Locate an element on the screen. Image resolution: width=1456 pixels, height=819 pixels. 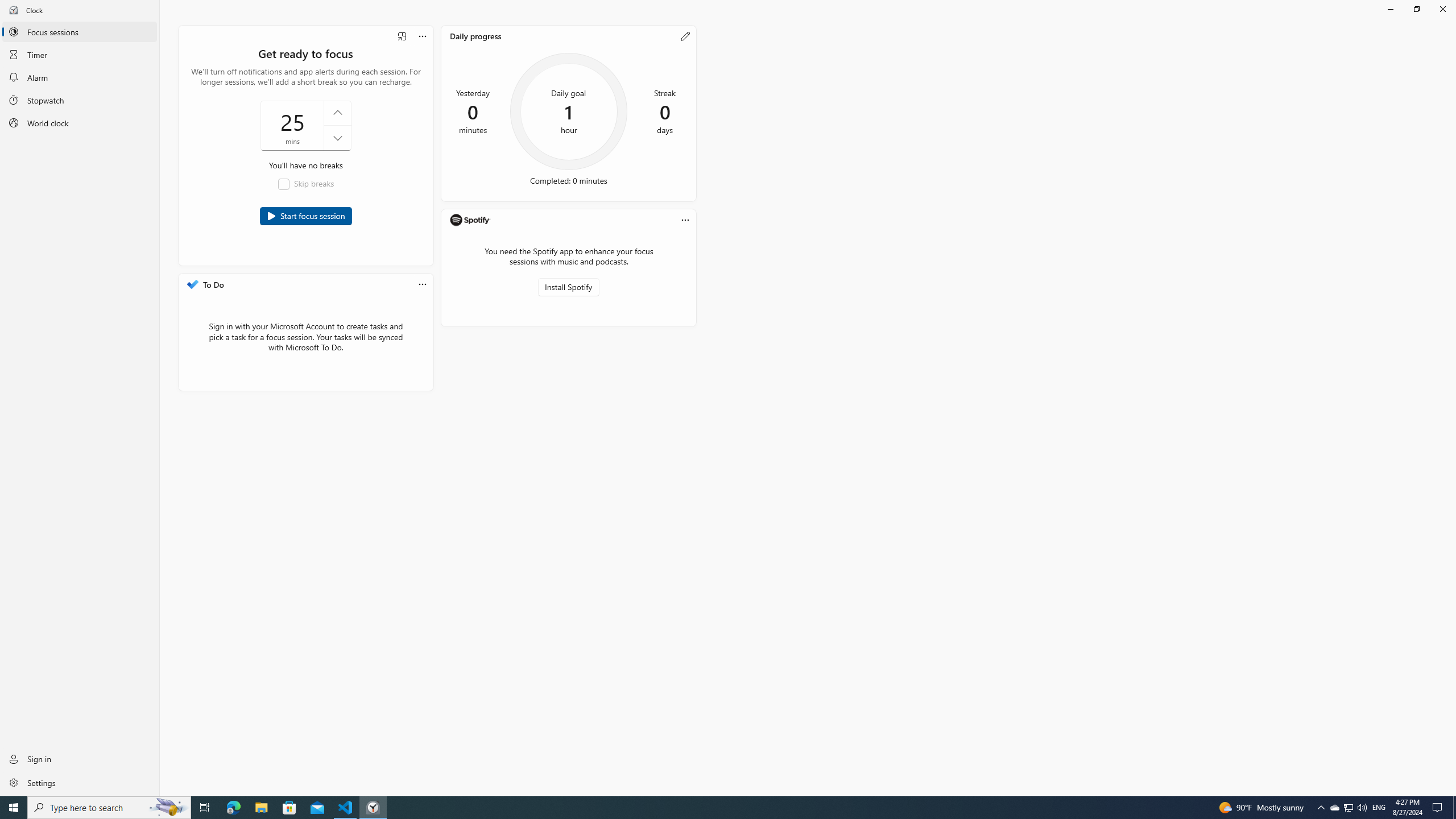
'Timer' is located at coordinates (79, 54).